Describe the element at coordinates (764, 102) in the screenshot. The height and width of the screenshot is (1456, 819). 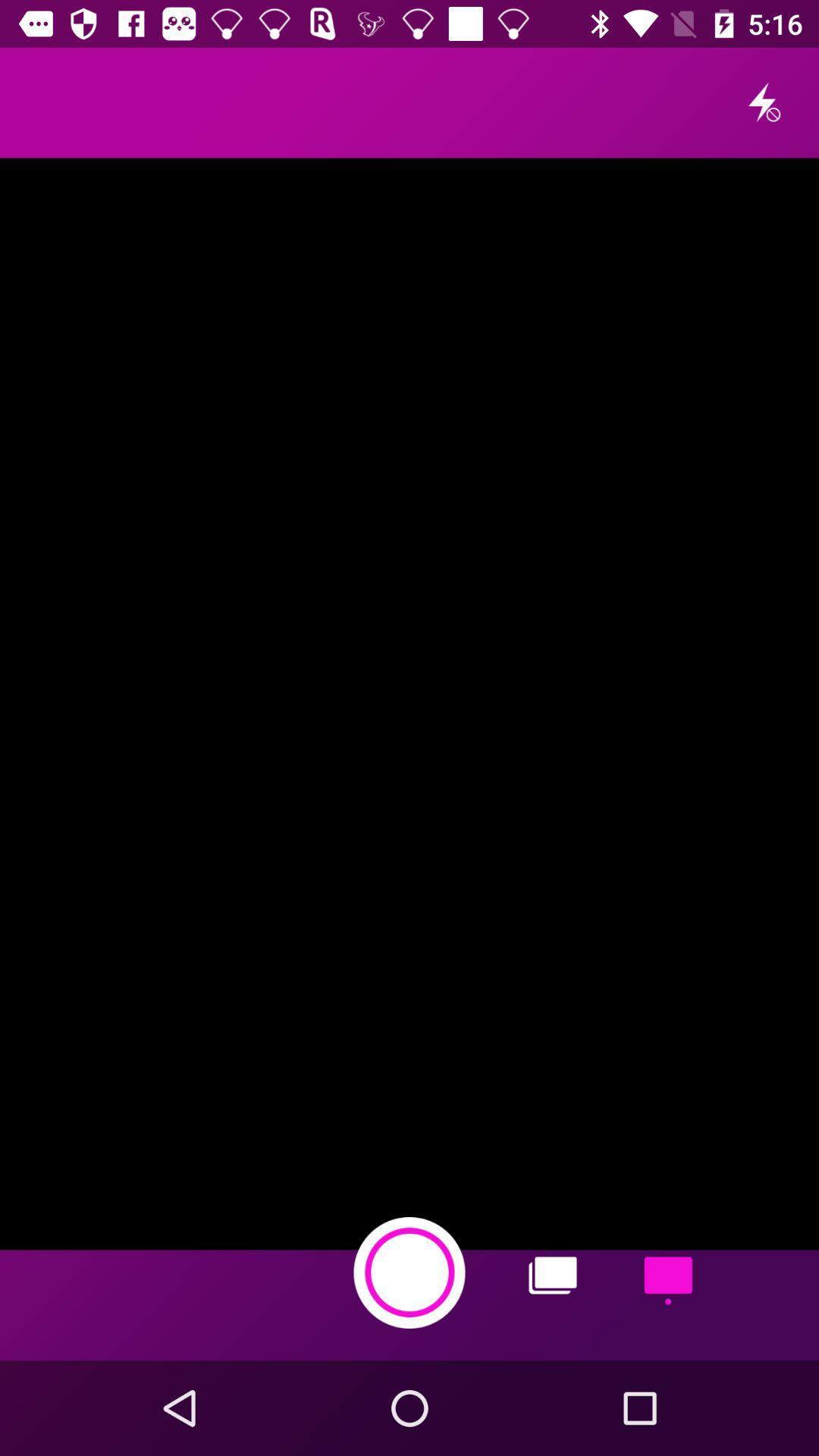
I see `the flash icon` at that location.